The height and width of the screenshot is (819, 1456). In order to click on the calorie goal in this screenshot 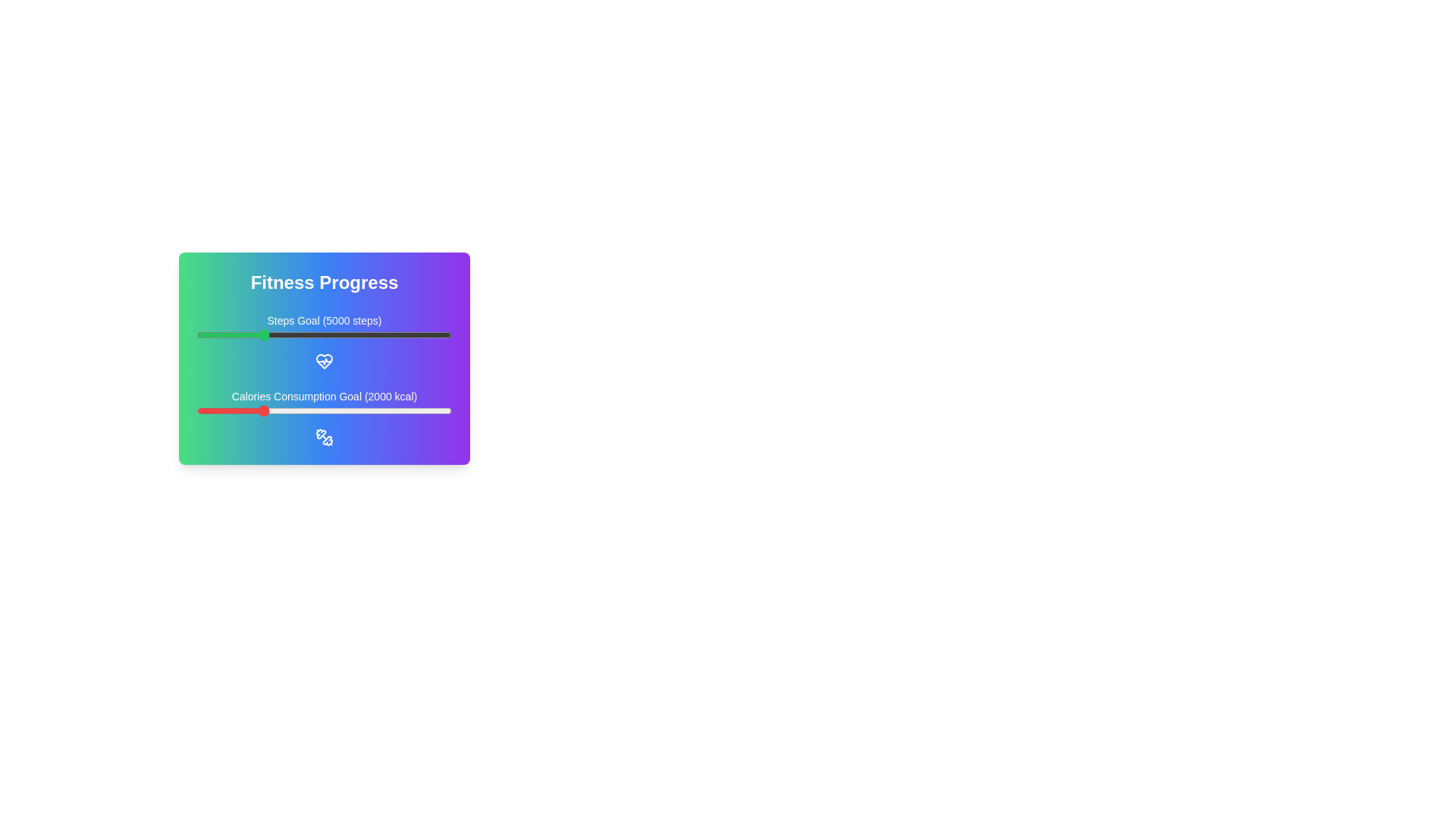, I will do `click(401, 411)`.